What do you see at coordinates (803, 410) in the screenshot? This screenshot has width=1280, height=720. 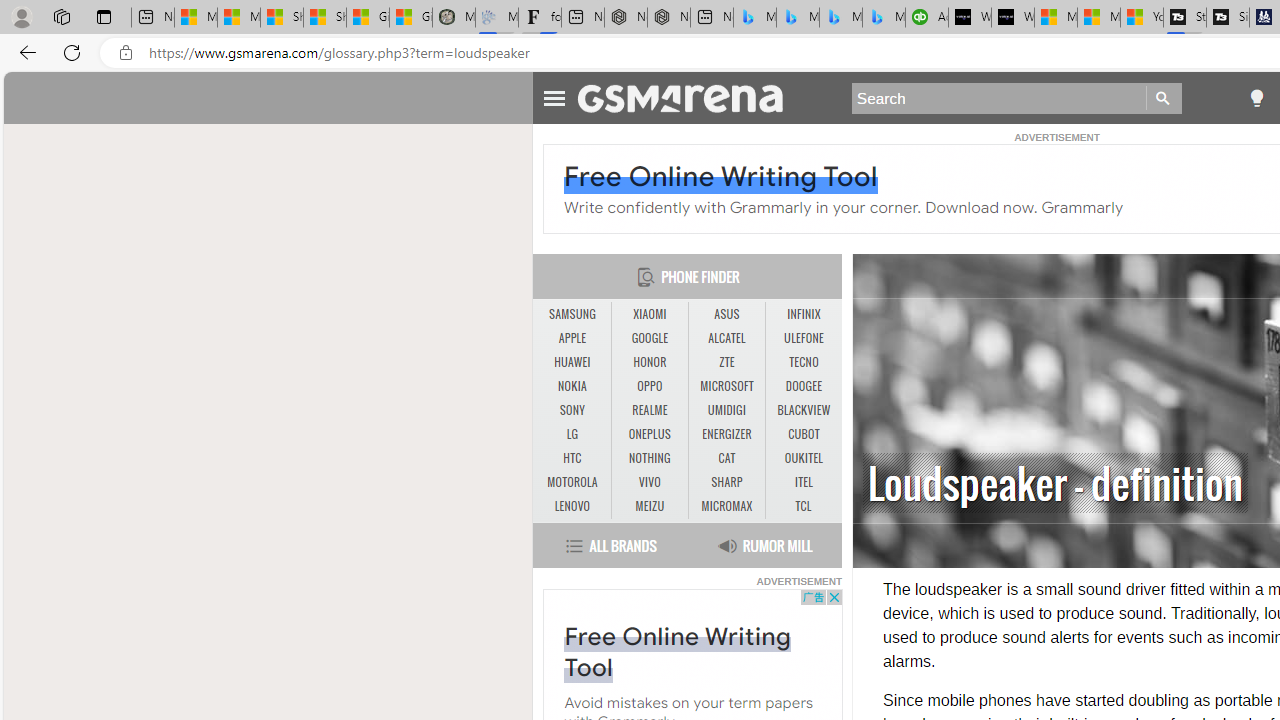 I see `'BLACKVIEW'` at bounding box center [803, 410].